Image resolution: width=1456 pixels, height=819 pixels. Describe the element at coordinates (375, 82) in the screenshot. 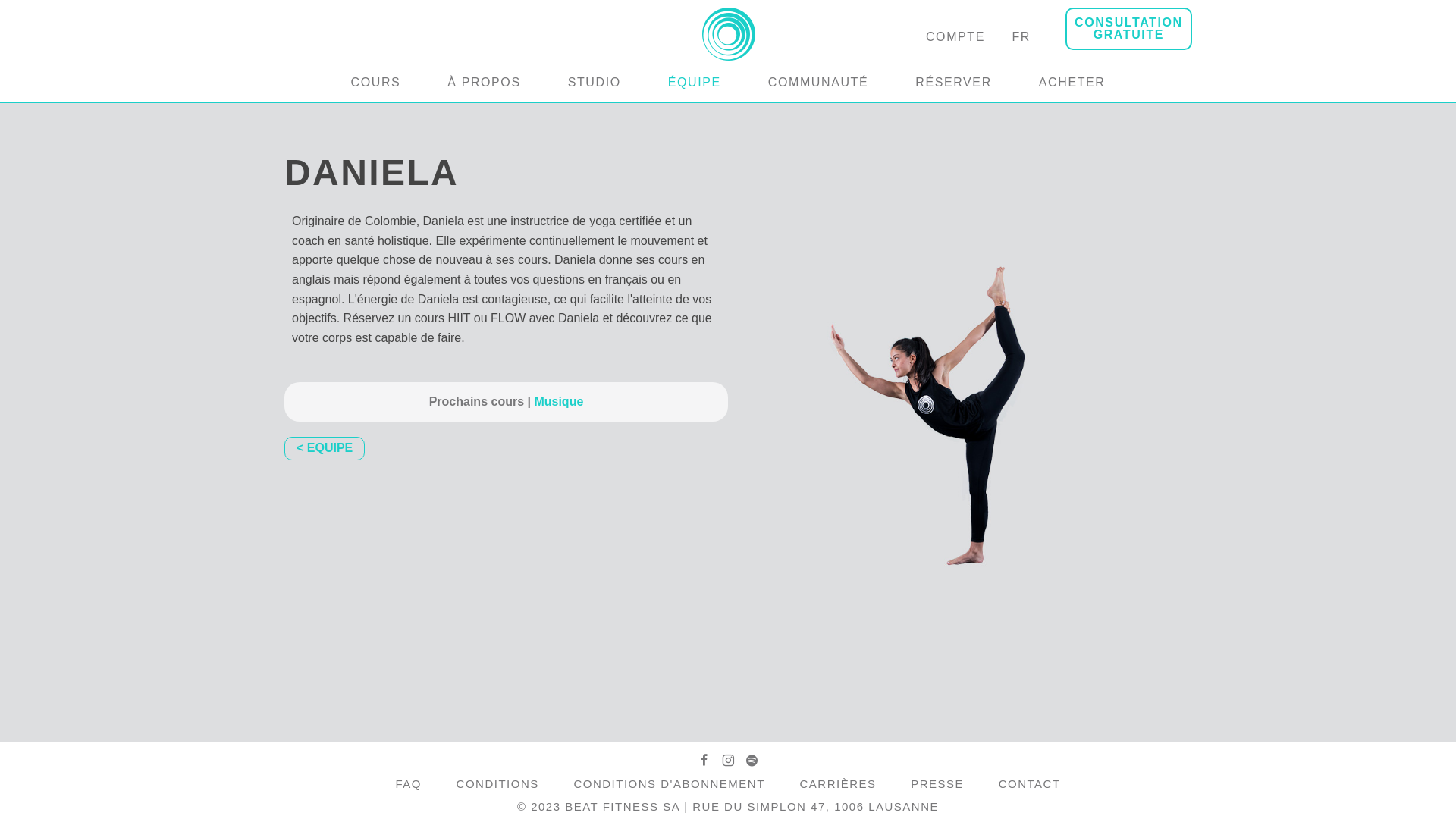

I see `'COURS'` at that location.